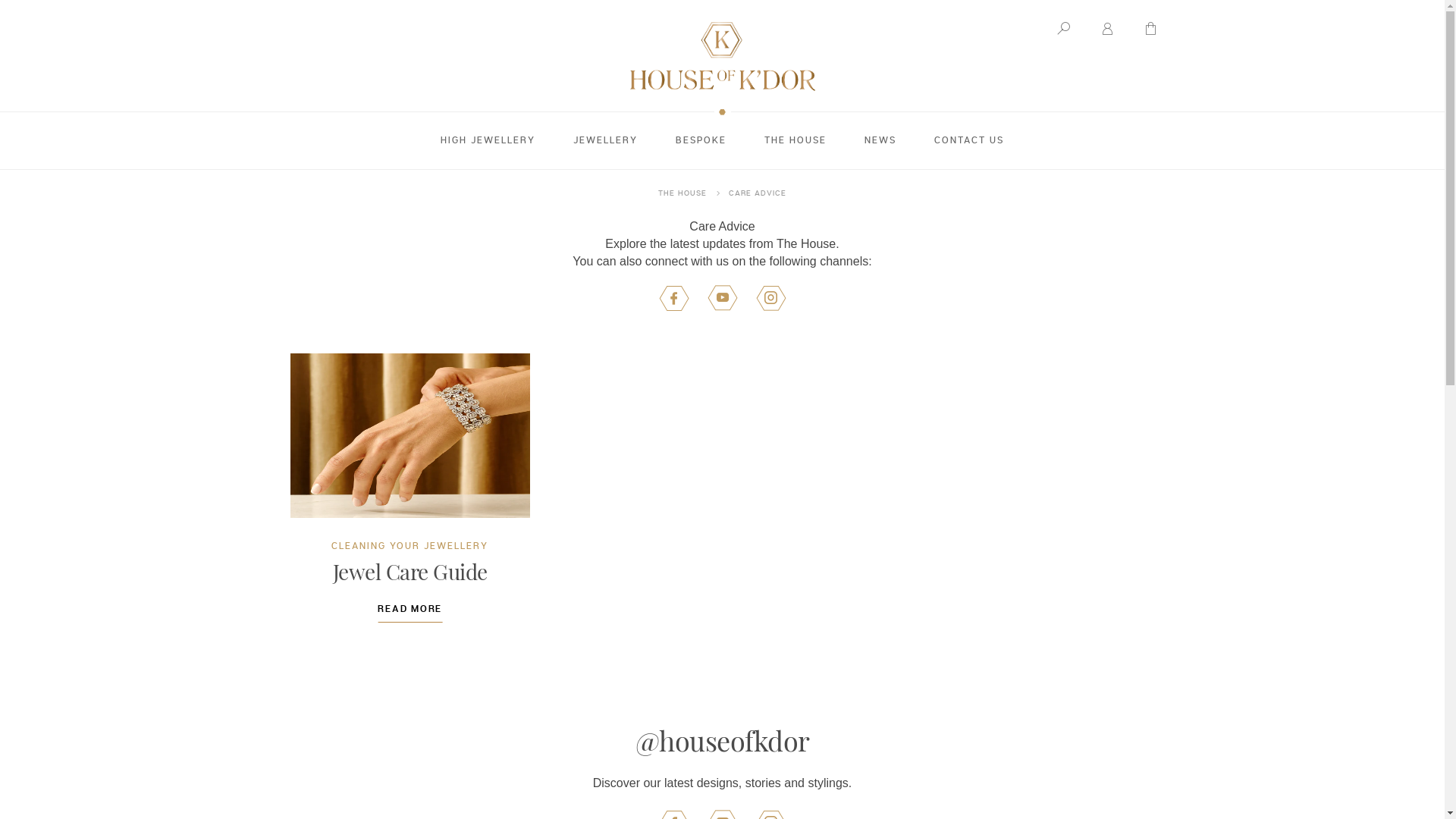 This screenshot has width=1456, height=819. I want to click on 'JEWELLERY', so click(604, 140).